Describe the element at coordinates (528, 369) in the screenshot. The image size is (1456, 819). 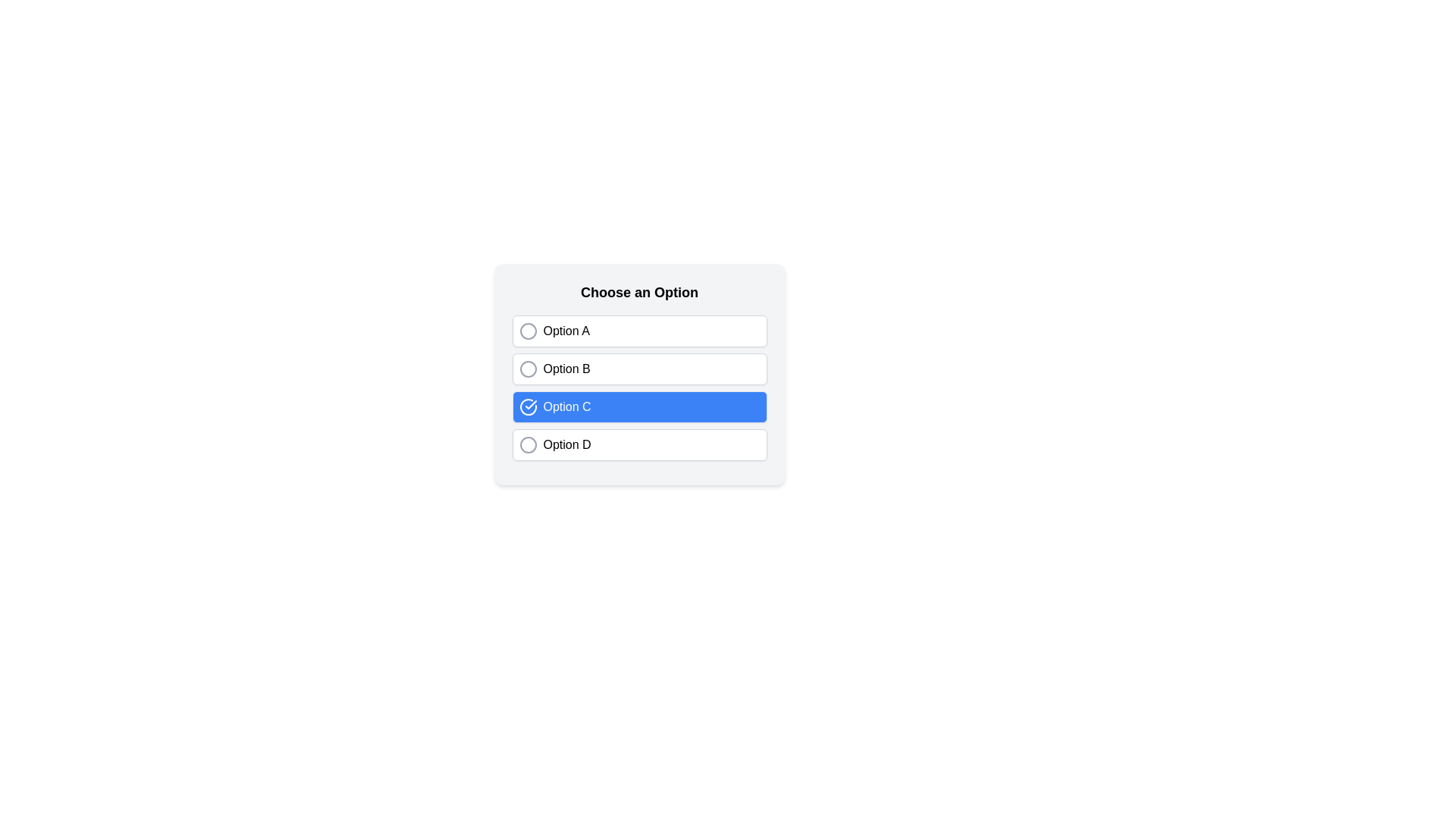
I see `the radio button for 'Option B'` at that location.